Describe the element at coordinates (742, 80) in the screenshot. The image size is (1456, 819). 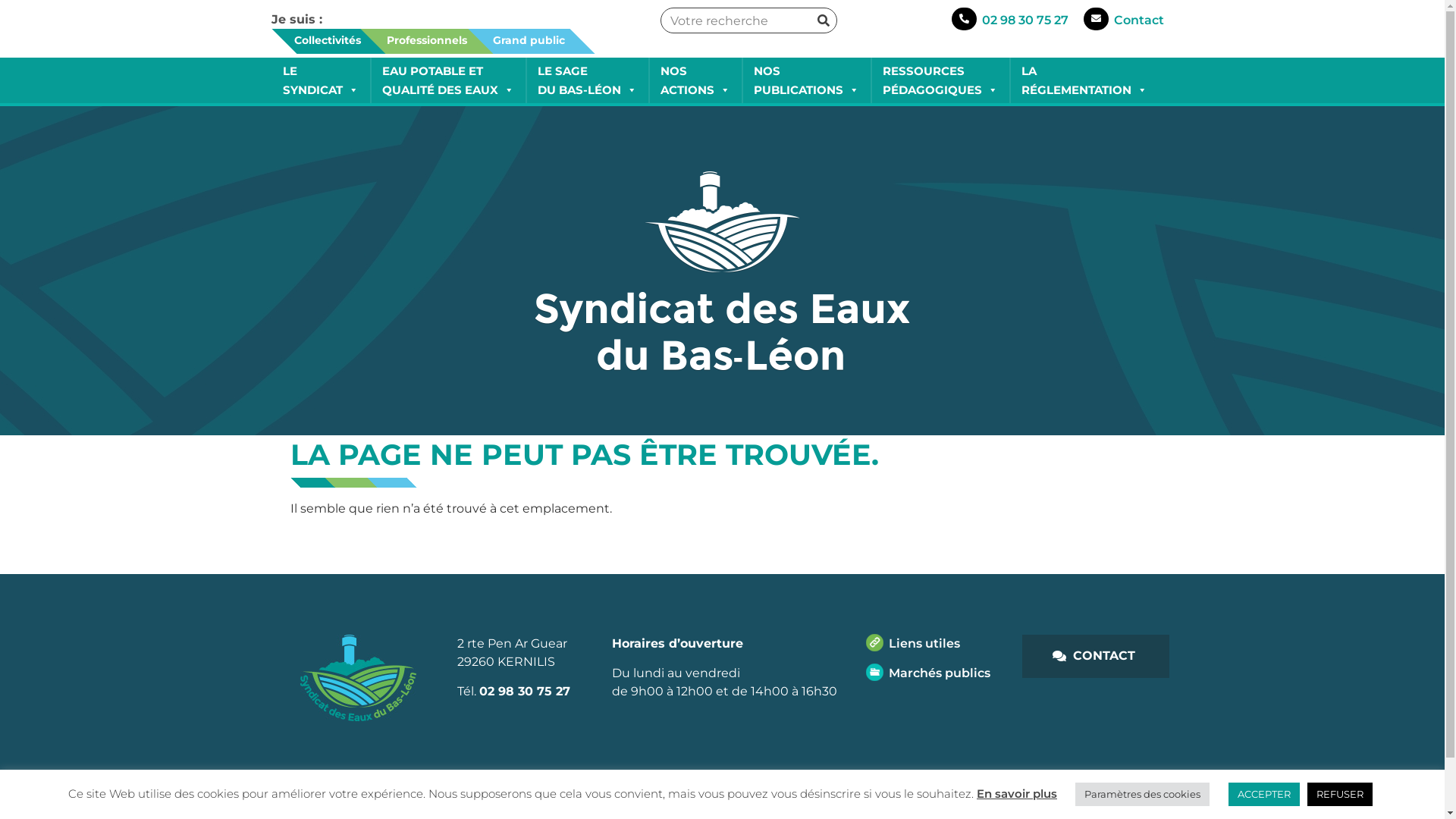
I see `'NOS` at that location.